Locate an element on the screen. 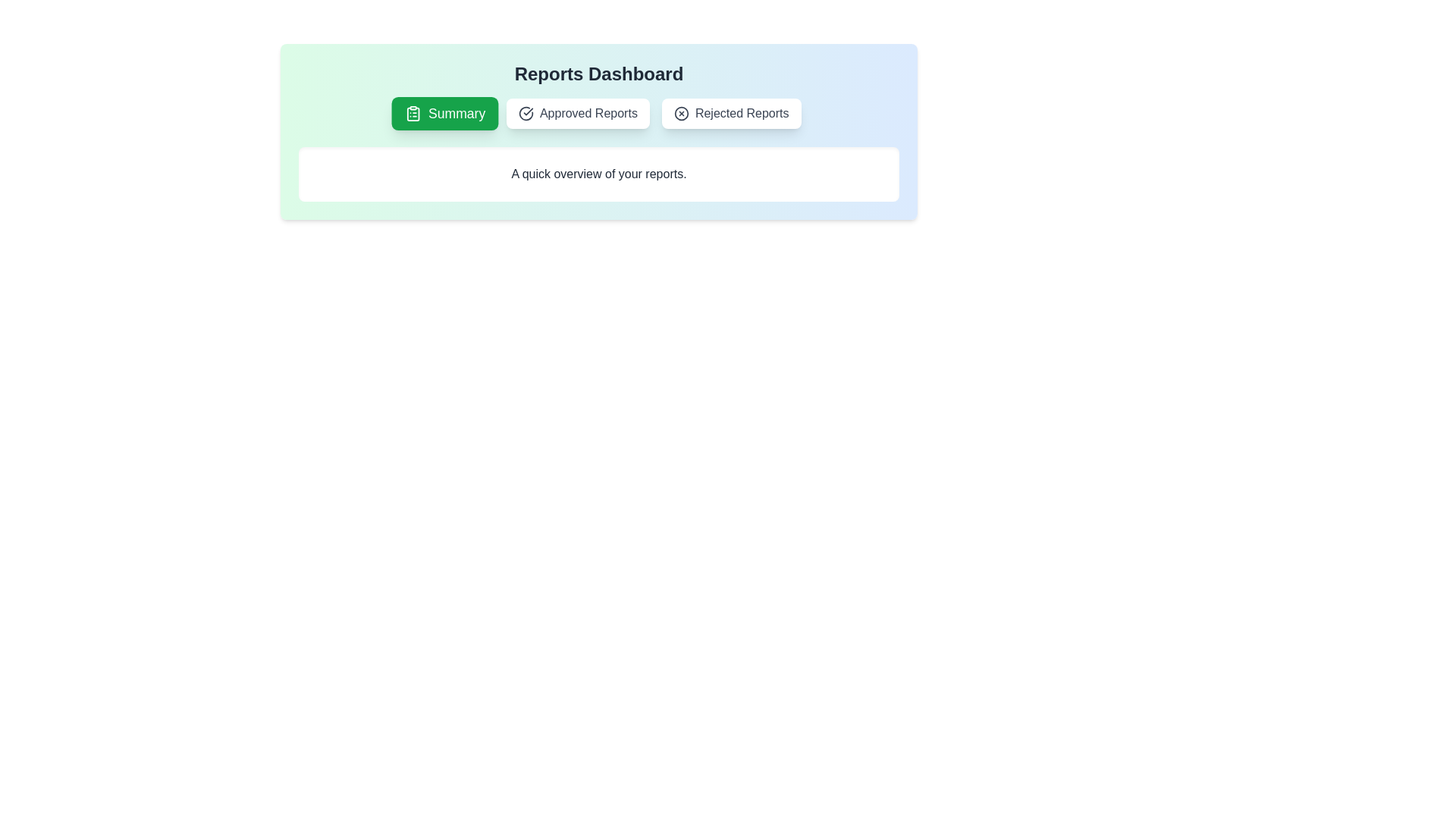  the tab labeled Approved Reports is located at coordinates (577, 113).